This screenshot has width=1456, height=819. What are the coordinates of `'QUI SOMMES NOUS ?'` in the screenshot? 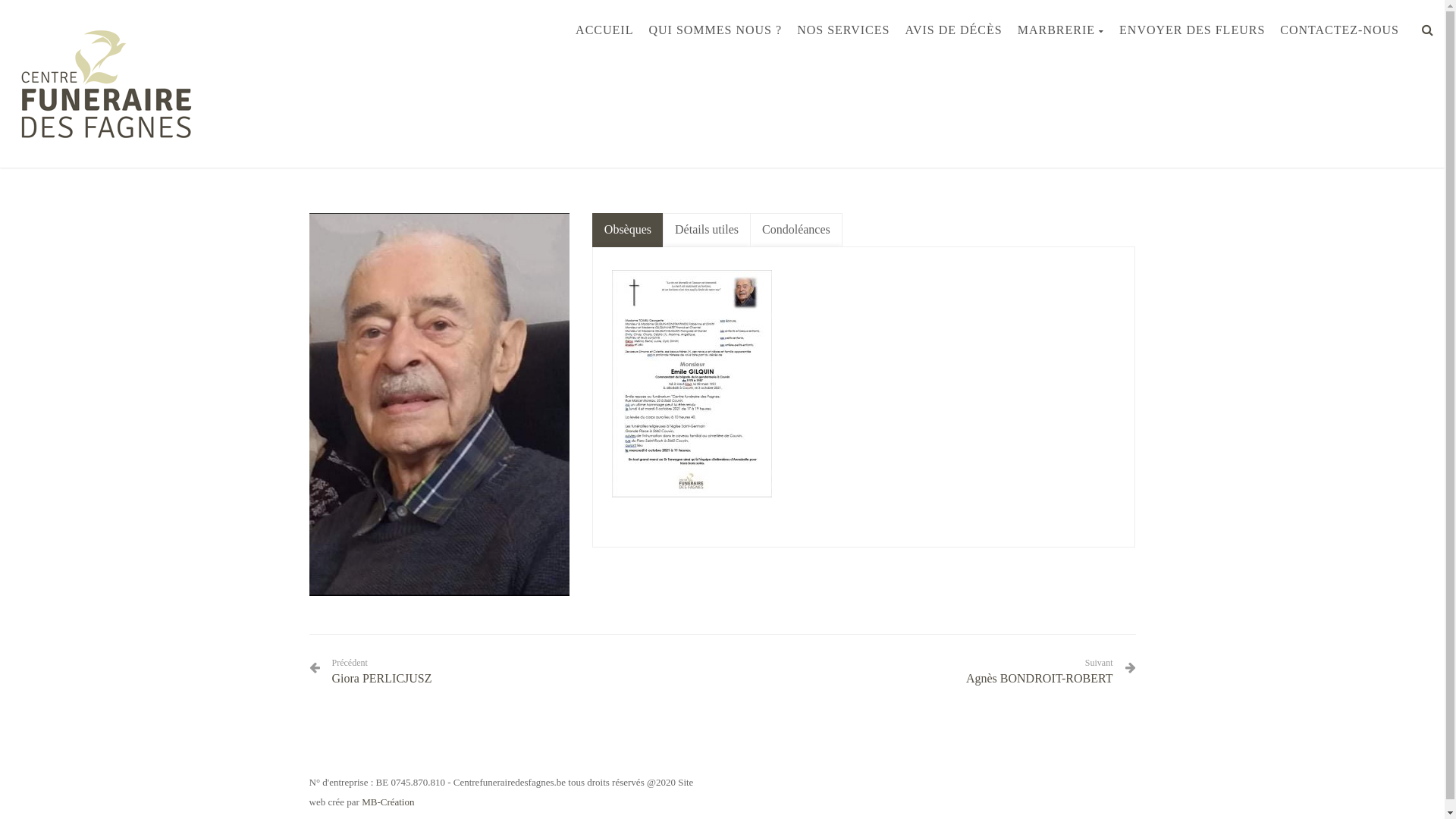 It's located at (714, 30).